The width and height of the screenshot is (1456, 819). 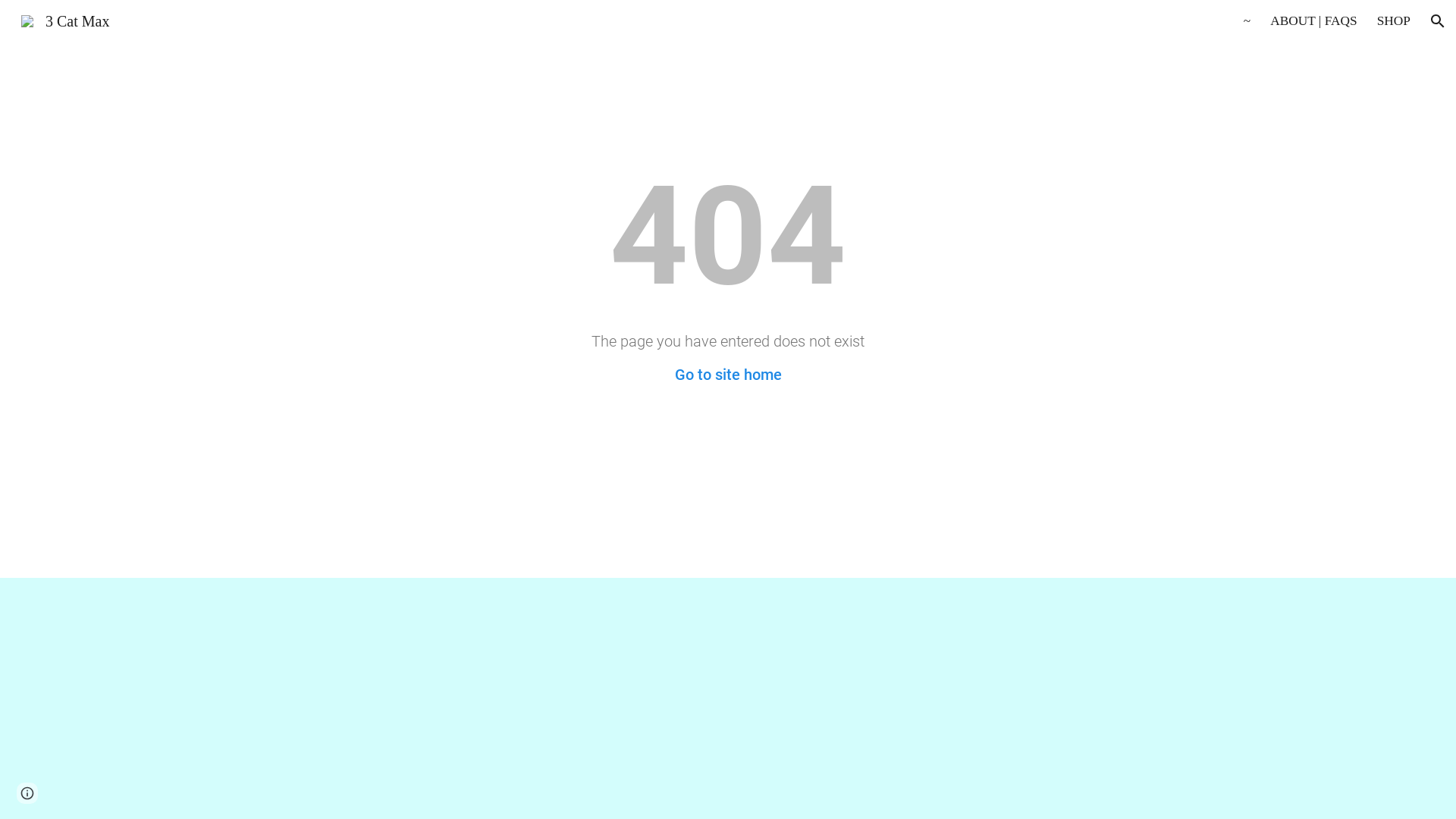 I want to click on 'SHOP', so click(x=1394, y=20).